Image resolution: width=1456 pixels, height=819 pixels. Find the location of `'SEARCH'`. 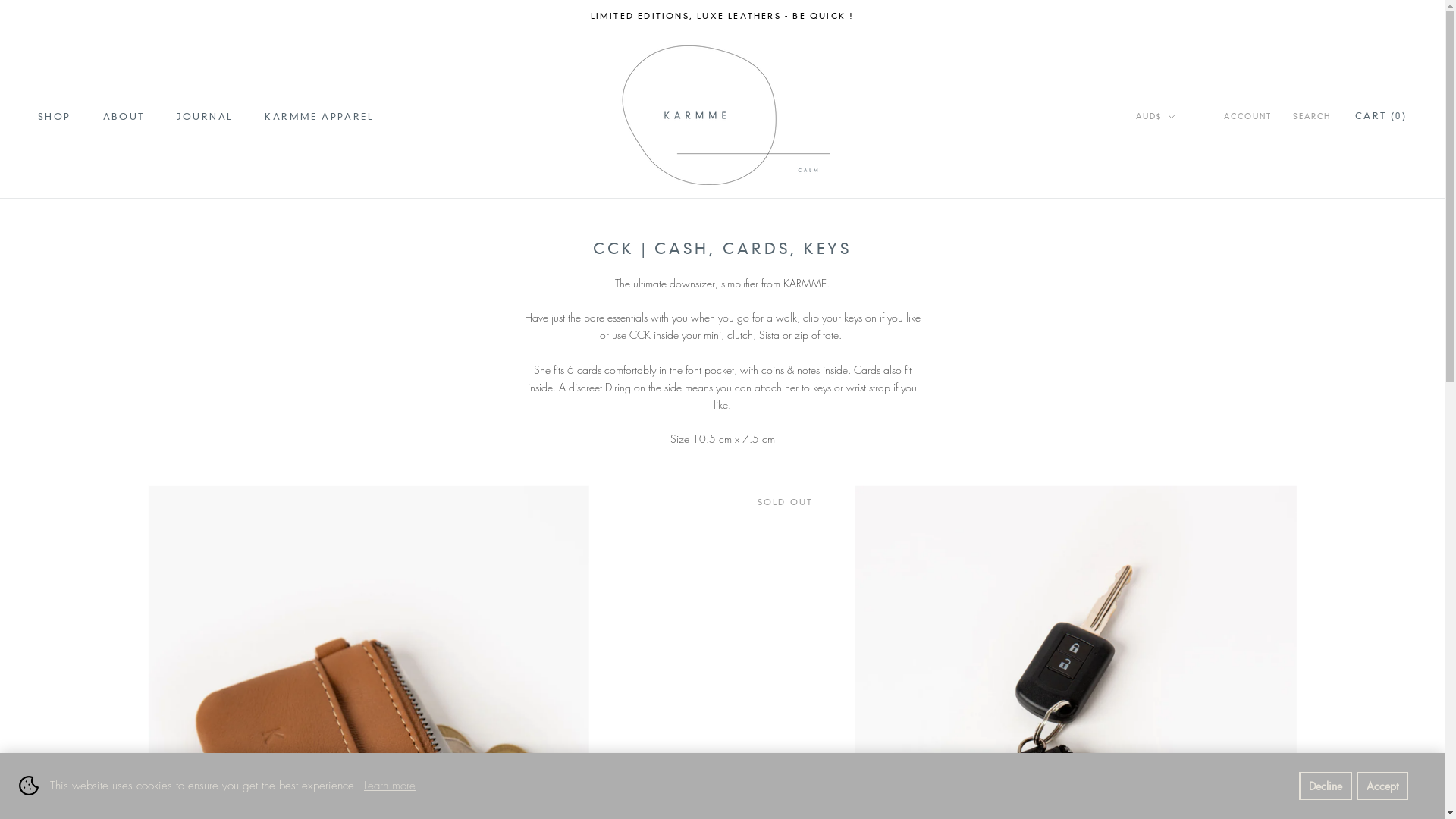

'SEARCH' is located at coordinates (1310, 116).